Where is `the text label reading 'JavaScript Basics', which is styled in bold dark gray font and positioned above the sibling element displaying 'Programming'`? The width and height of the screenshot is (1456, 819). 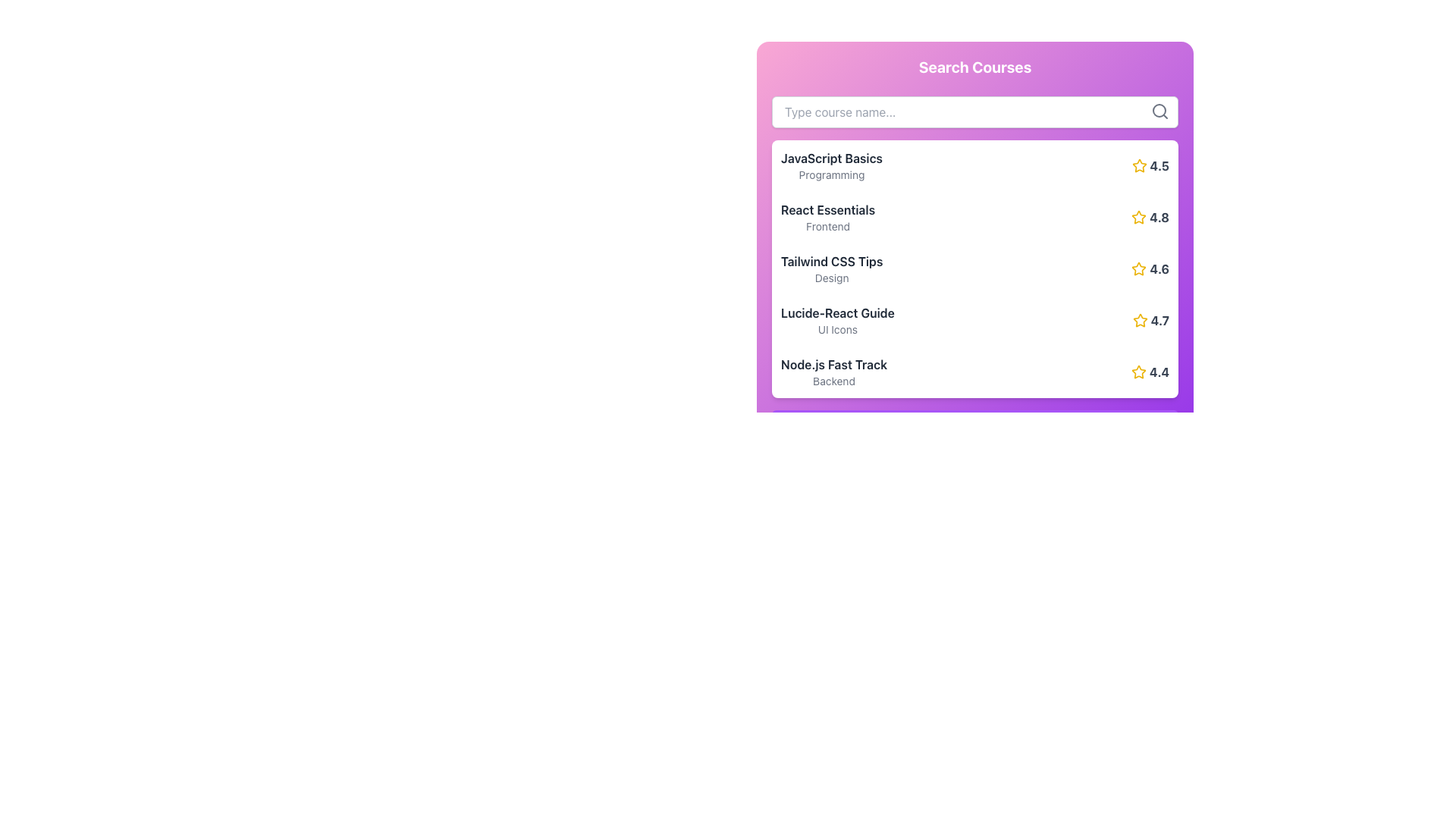
the text label reading 'JavaScript Basics', which is styled in bold dark gray font and positioned above the sibling element displaying 'Programming' is located at coordinates (831, 158).